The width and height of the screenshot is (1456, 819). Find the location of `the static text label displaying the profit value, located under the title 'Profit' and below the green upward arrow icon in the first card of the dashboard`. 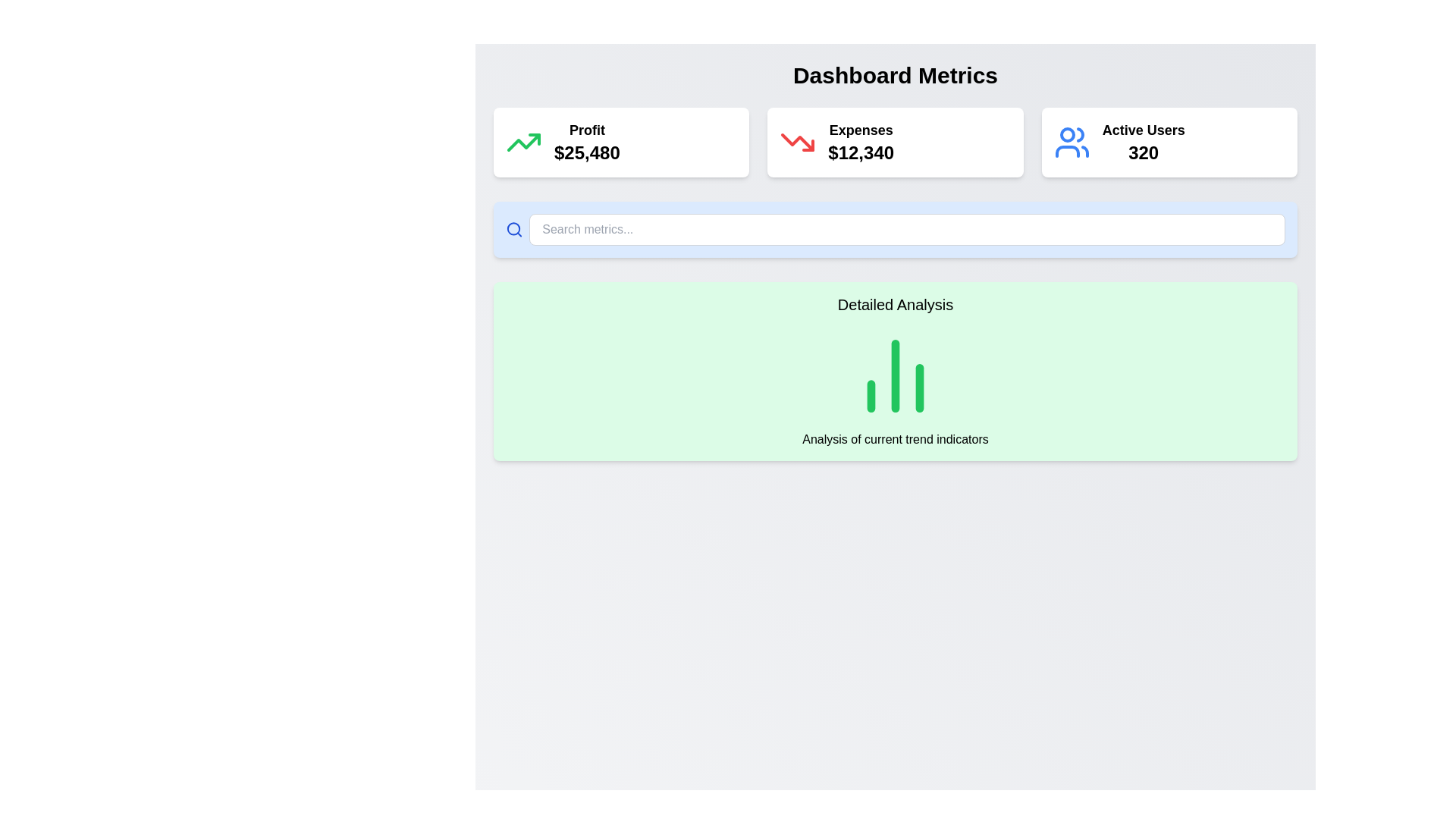

the static text label displaying the profit value, located under the title 'Profit' and below the green upward arrow icon in the first card of the dashboard is located at coordinates (586, 152).